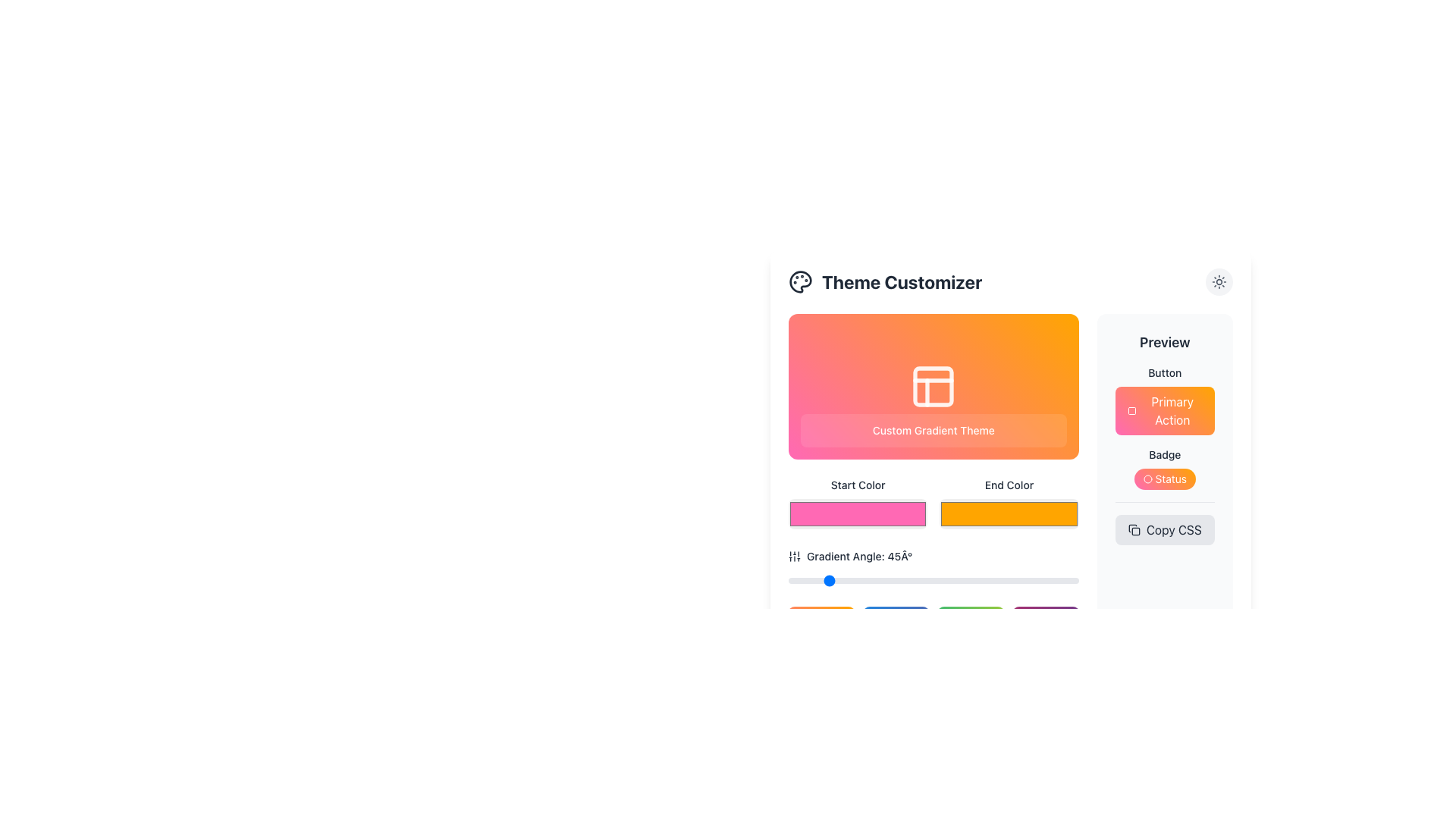 This screenshot has height=819, width=1456. Describe the element at coordinates (821, 580) in the screenshot. I see `the gradient angle slider` at that location.